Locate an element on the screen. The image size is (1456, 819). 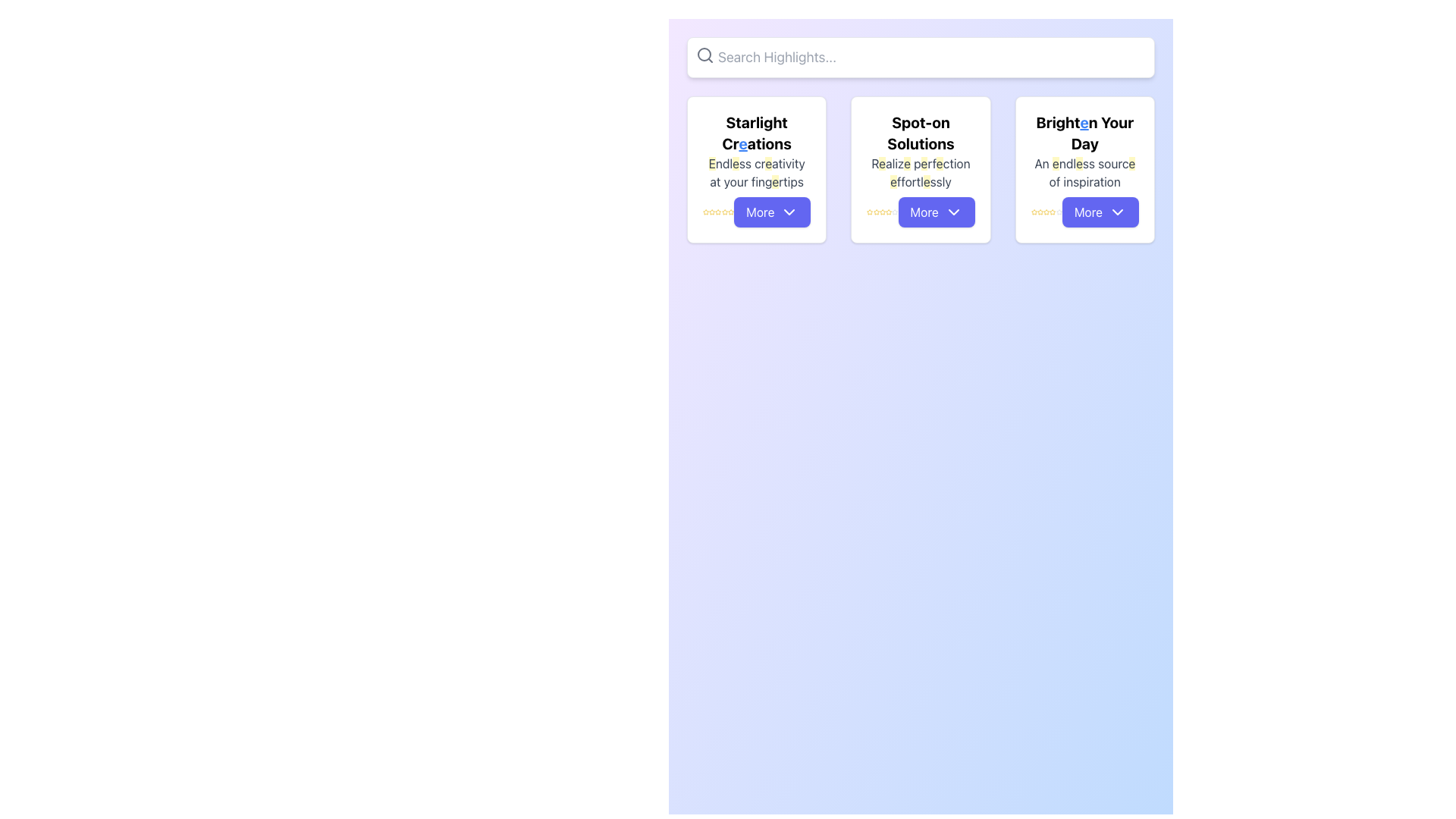
the highlighted character 'e' in the sentence 'Endless creativity at your fingertips' on the leftmost card under the heading 'Starlight Creations' is located at coordinates (775, 180).